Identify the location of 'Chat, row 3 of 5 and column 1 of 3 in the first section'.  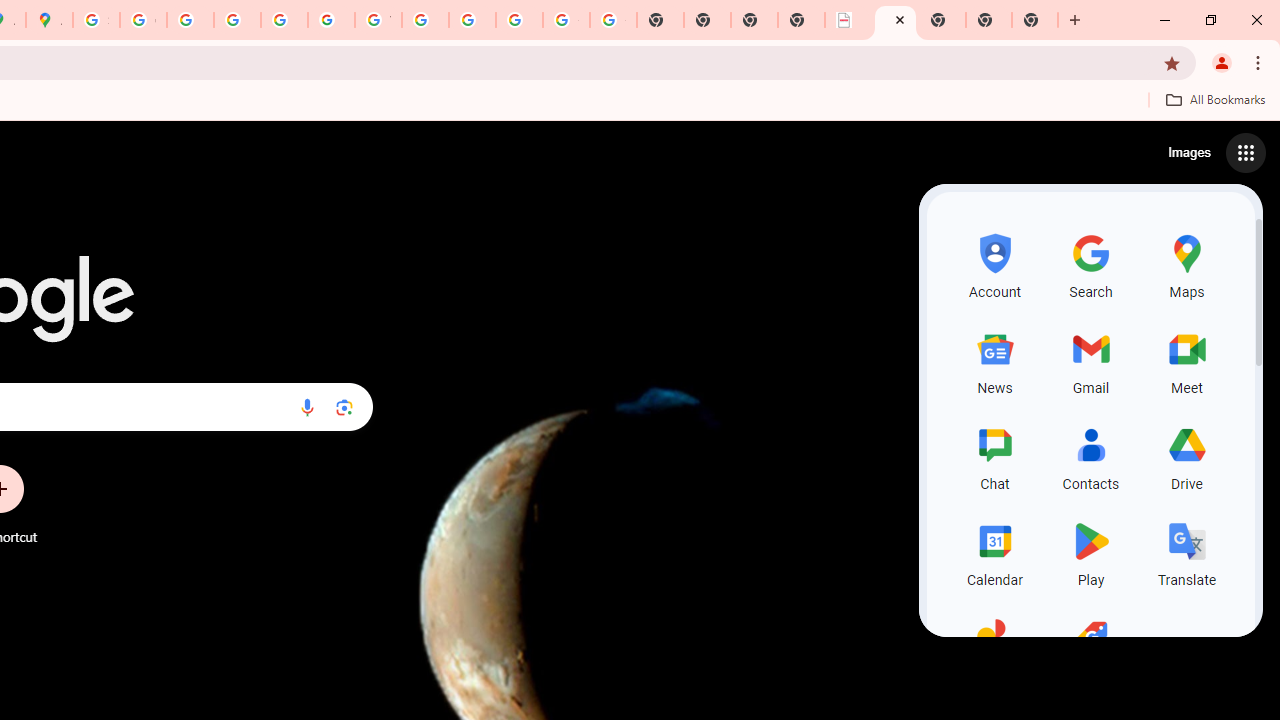
(995, 456).